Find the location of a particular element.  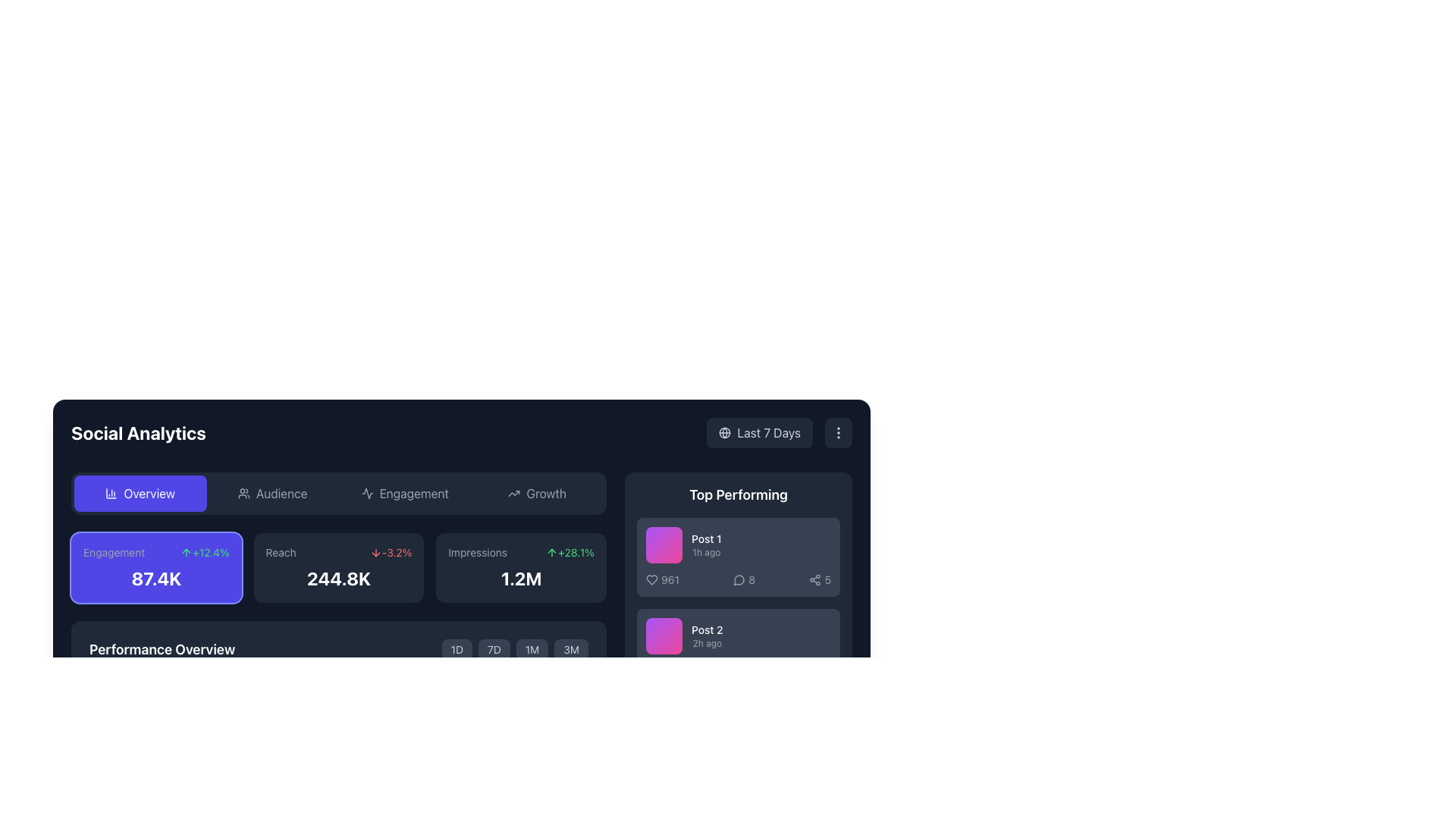

the first SVG Icon in the 'Engagement' section, which visually represents activity or analytics related to engagement is located at coordinates (367, 494).